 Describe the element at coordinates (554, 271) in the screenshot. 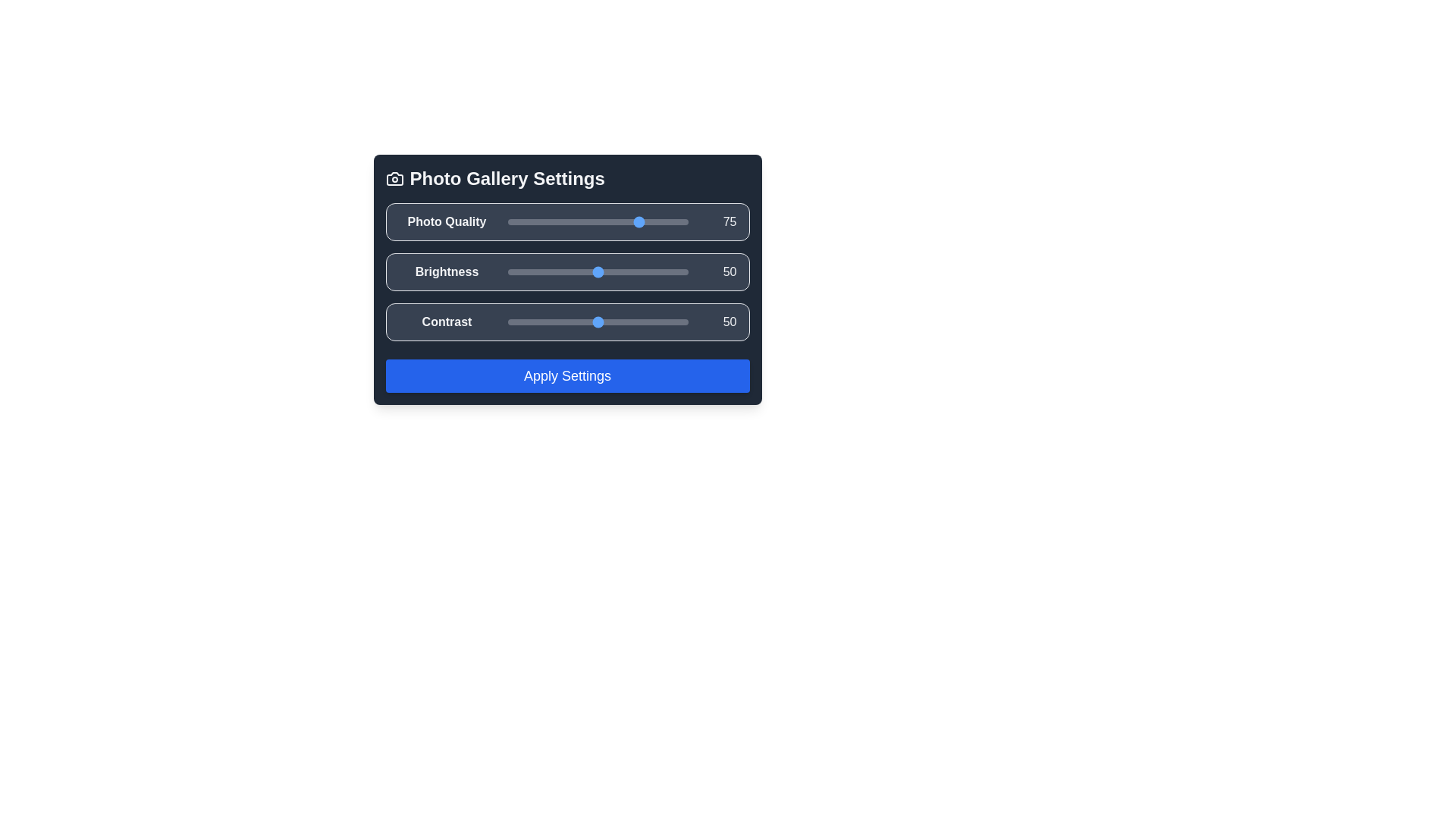

I see `the brightness level` at that location.